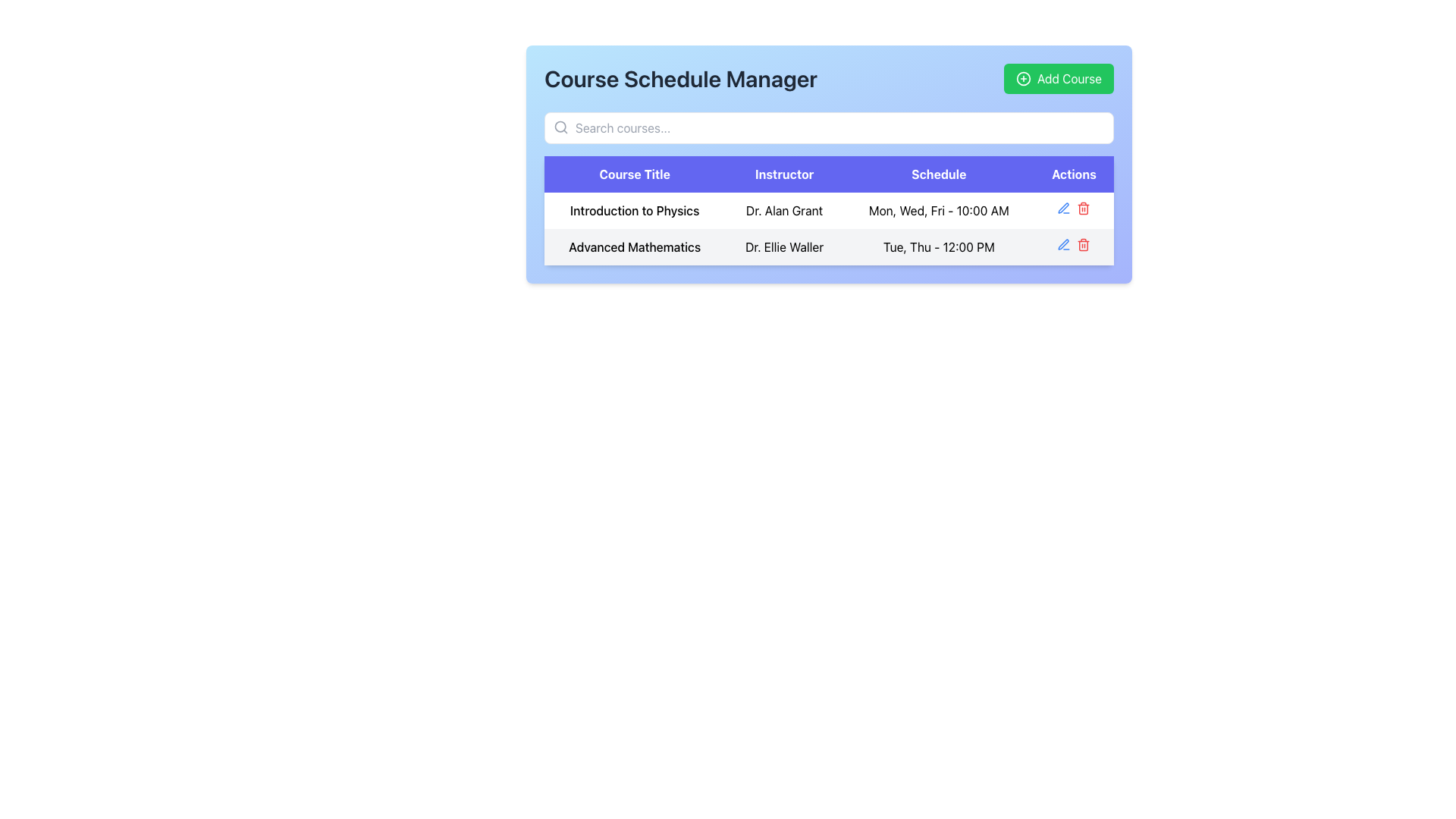 This screenshot has width=1456, height=819. I want to click on the pencil icon in the 'Actions' column of the second row, so click(1063, 244).